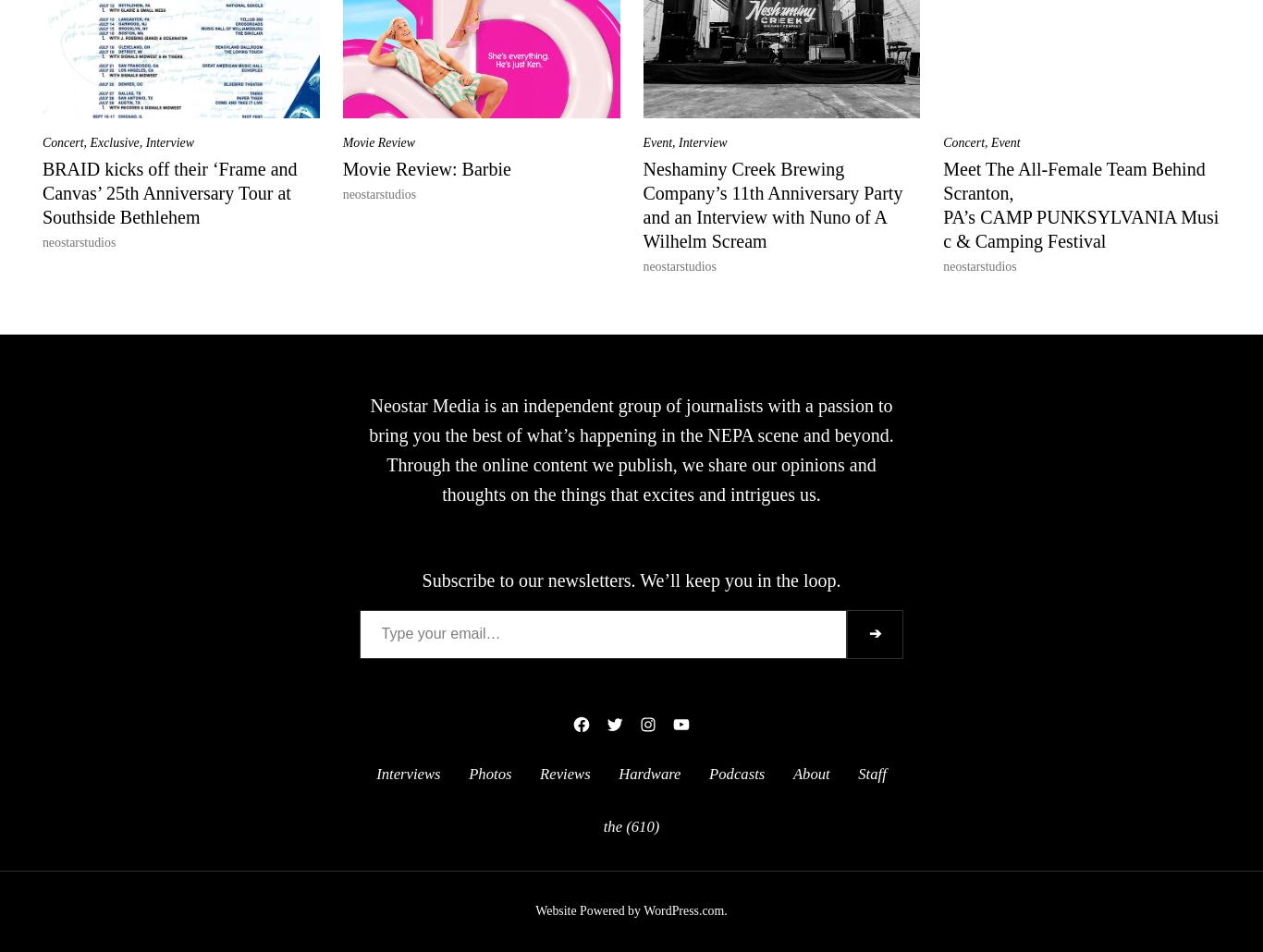  I want to click on 'Movie Review: Barbie', so click(426, 169).